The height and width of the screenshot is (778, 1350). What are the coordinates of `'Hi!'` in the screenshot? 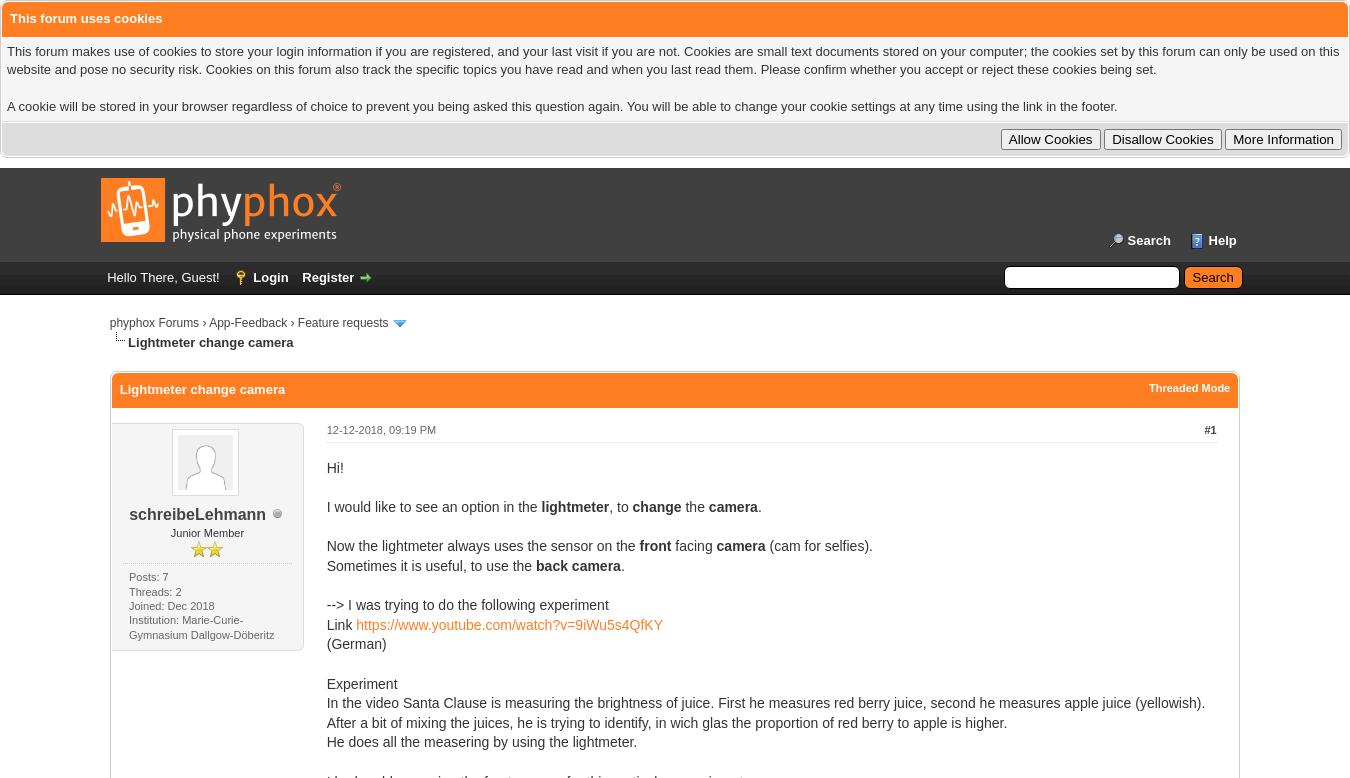 It's located at (333, 466).